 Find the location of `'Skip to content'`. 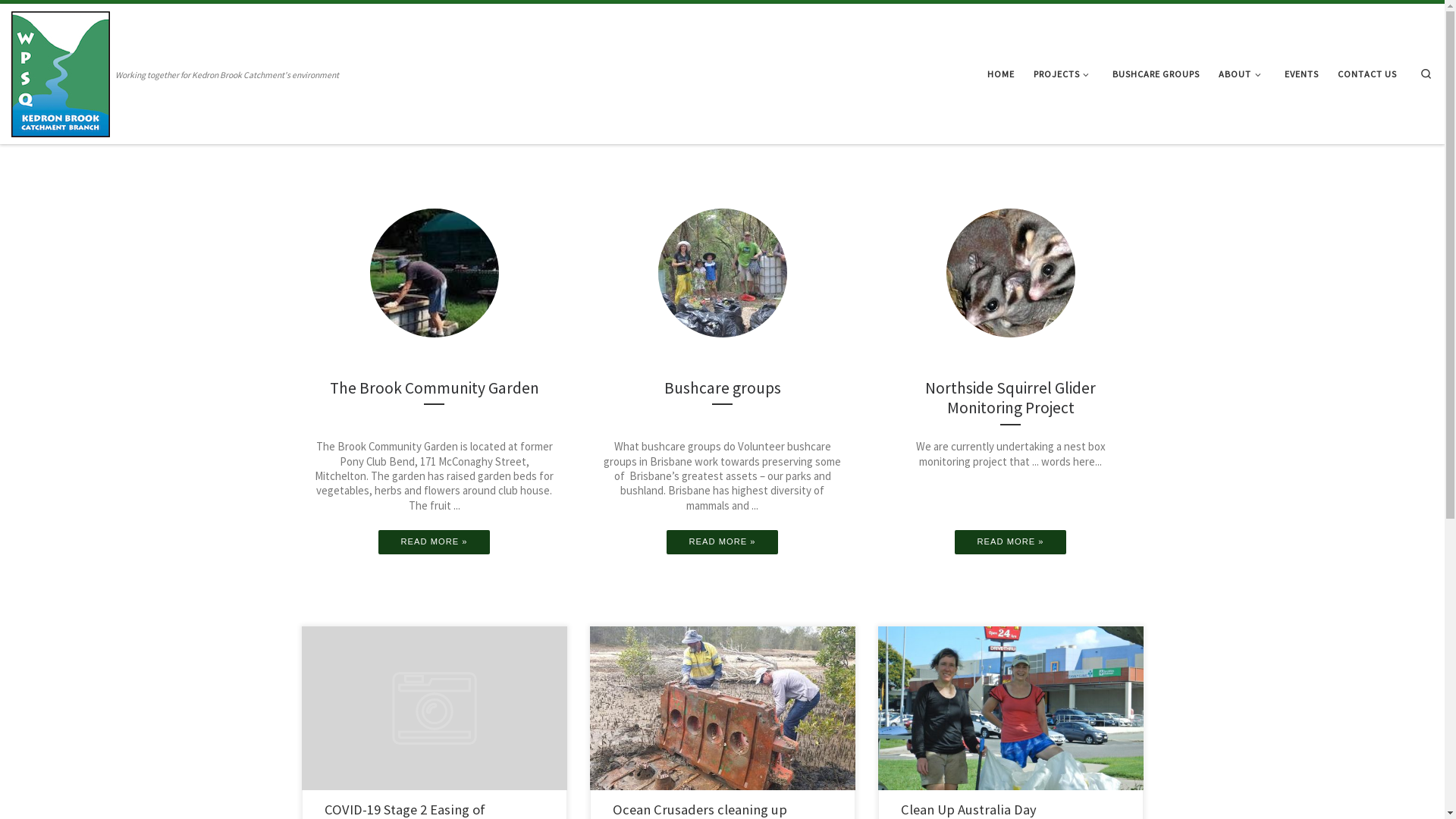

'Skip to content' is located at coordinates (3, 20).